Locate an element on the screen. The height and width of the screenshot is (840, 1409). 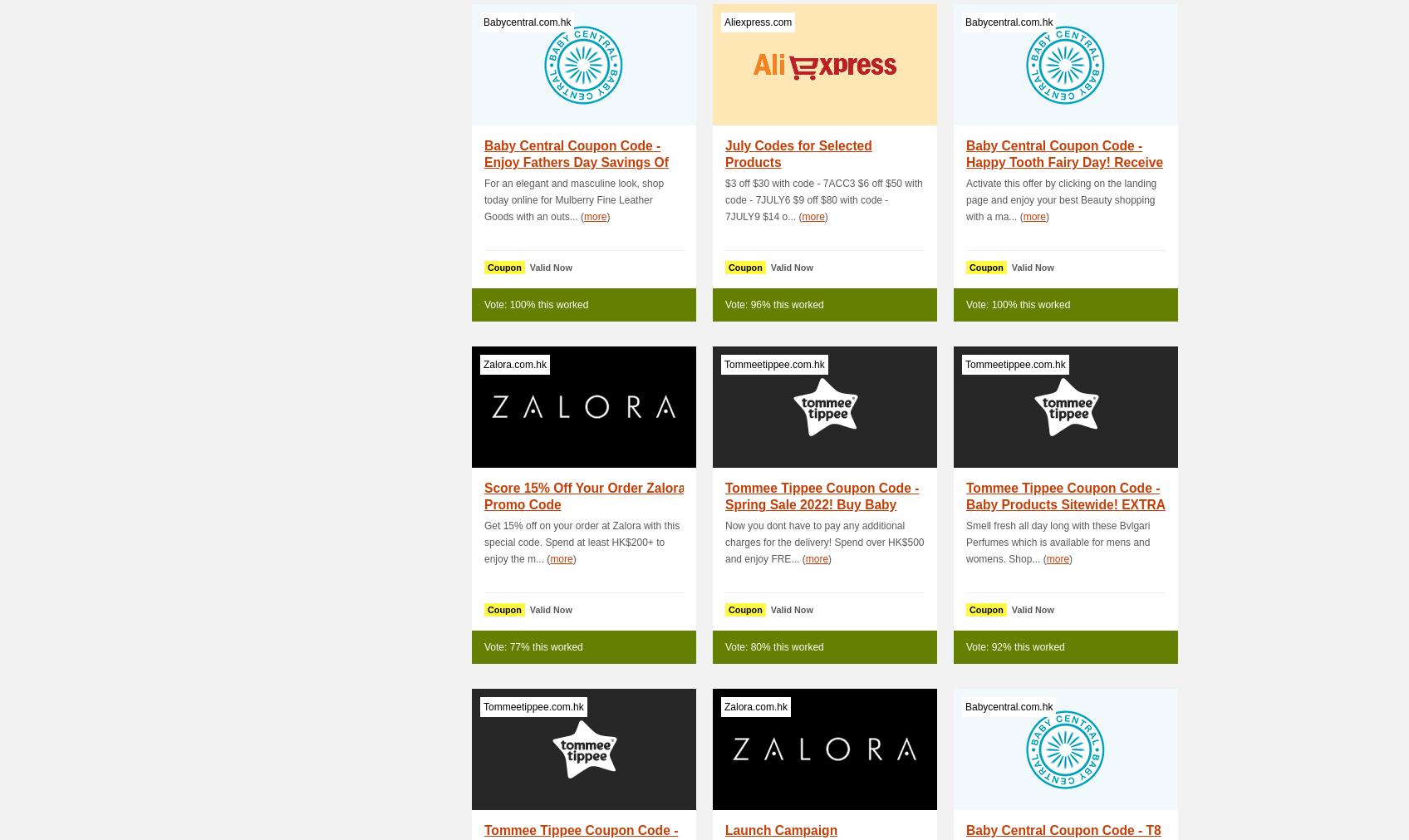
'Baby Central Coupon Code - Happy Tooth Fairy Day! Receive 15% Savin.' is located at coordinates (965, 162).